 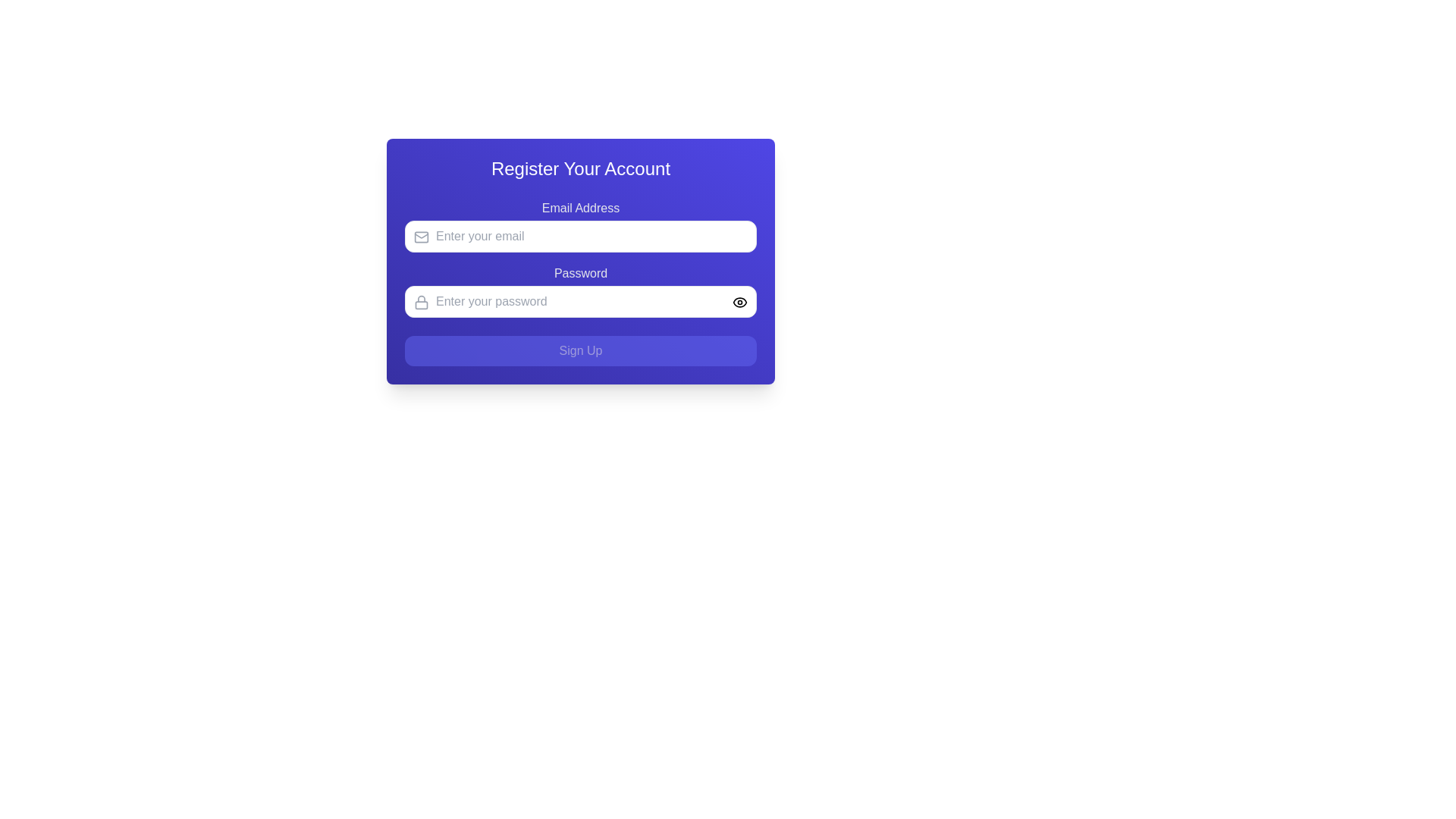 What do you see at coordinates (580, 237) in the screenshot?
I see `the text input field for entering an email address` at bounding box center [580, 237].